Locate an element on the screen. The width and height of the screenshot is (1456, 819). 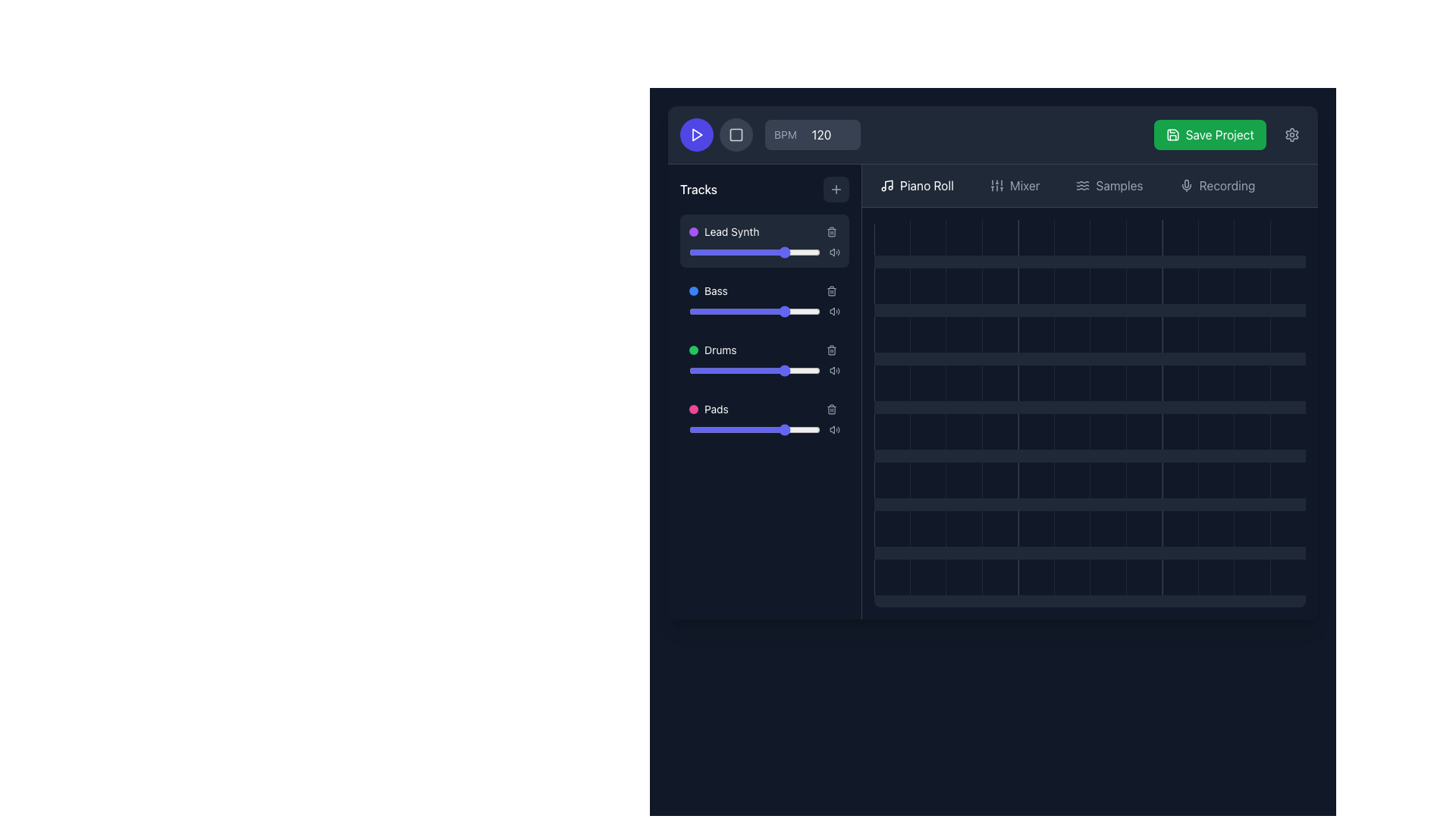
the 'Beats Per Minute' (BPM) label located in the top-left section of the interface, positioned between the stop button and the numeric input box is located at coordinates (770, 133).